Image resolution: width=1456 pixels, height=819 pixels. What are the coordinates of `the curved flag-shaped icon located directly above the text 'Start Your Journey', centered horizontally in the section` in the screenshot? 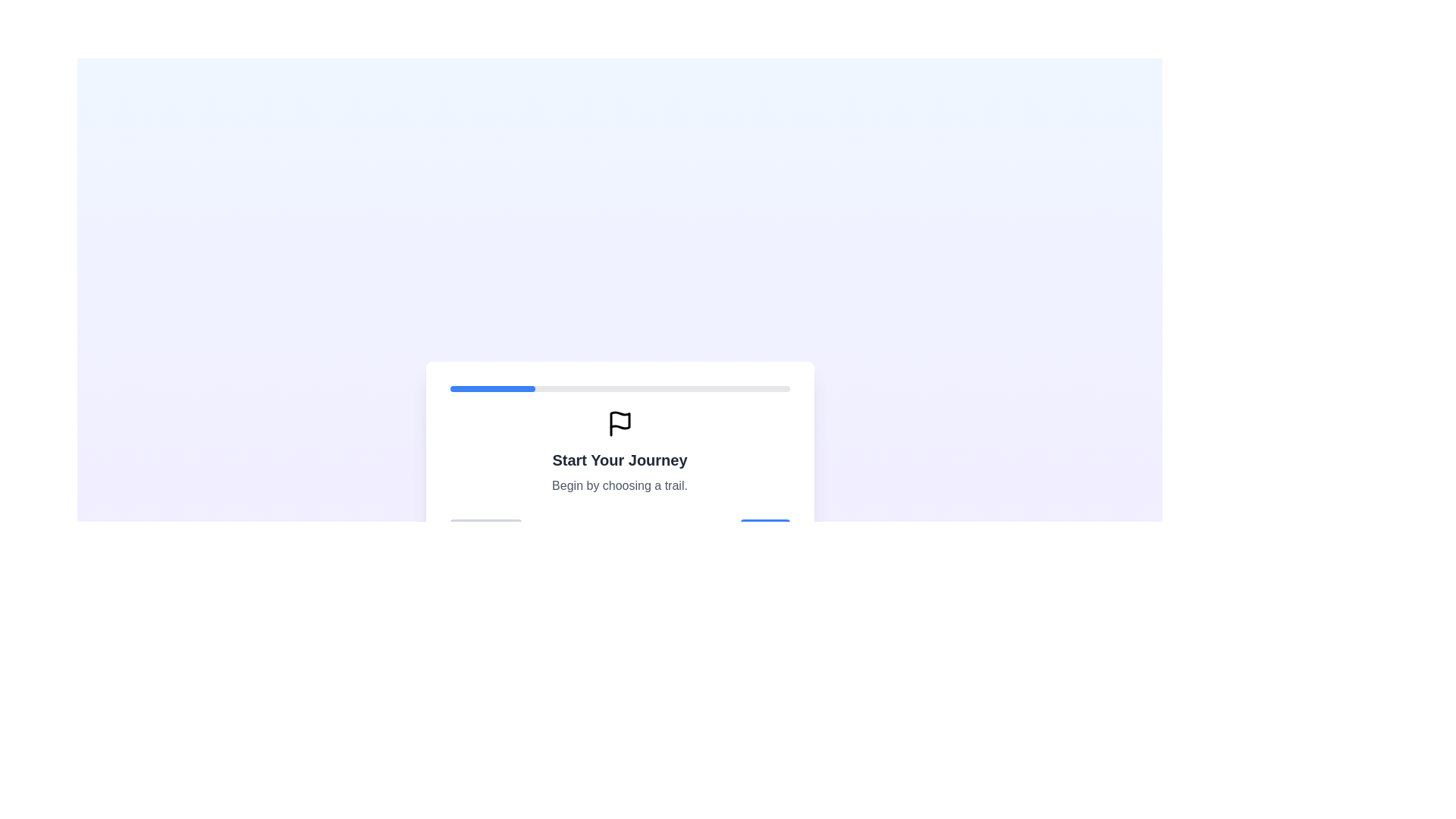 It's located at (620, 420).